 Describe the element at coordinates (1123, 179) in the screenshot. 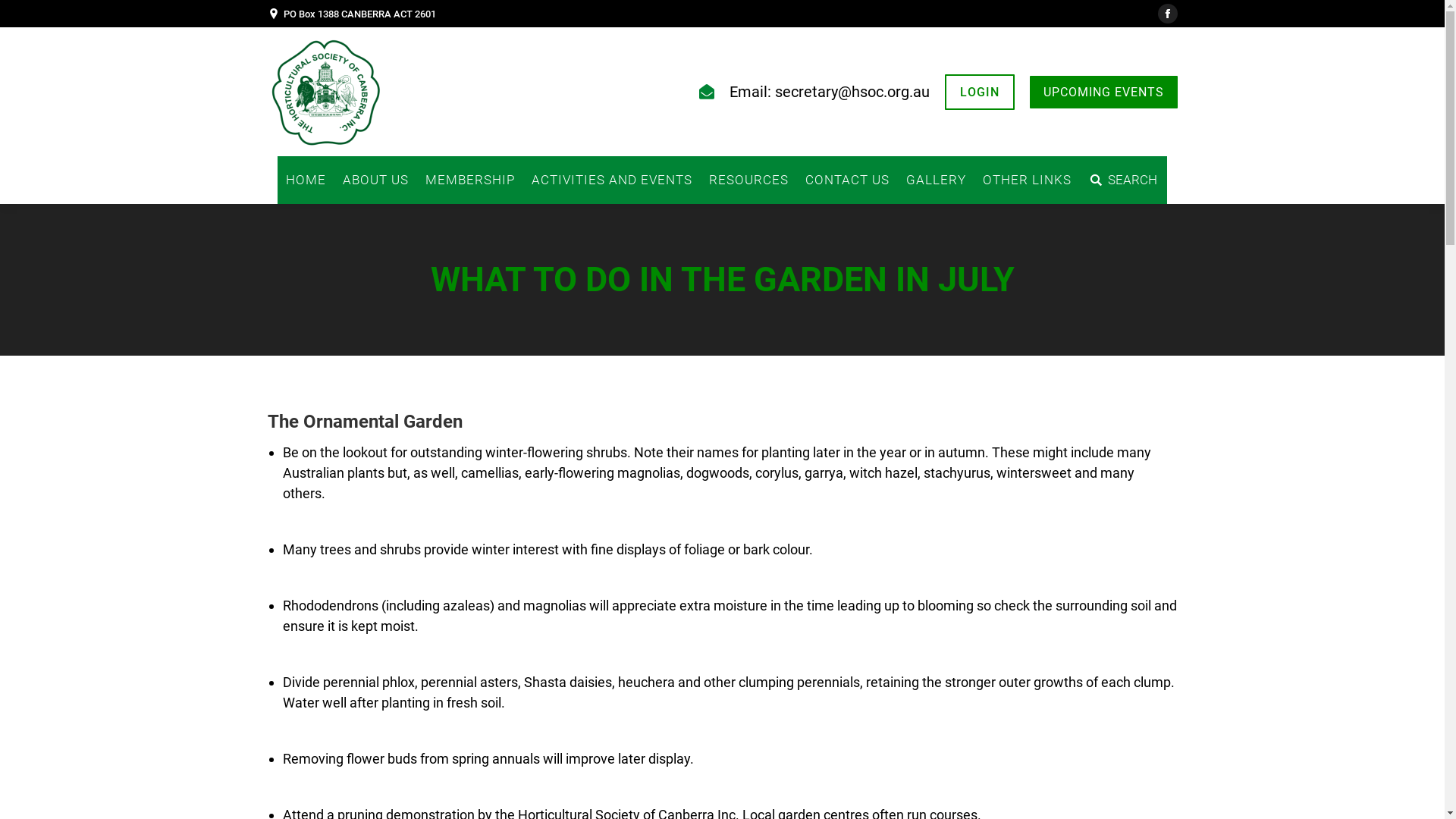

I see `'SEARCH'` at that location.